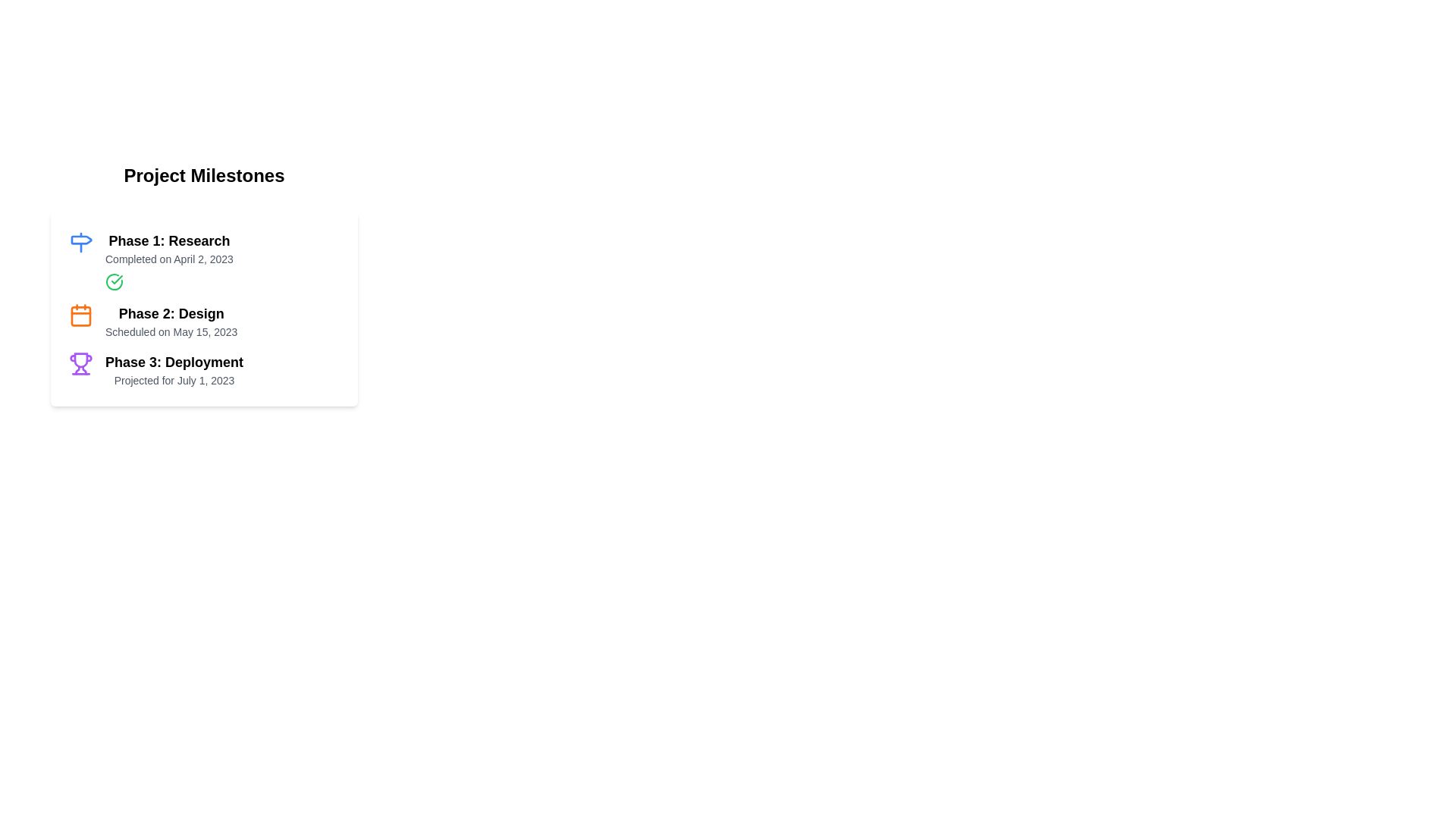  I want to click on the icon representing the milestone for 'Phase 1: Research' in the 'Project Milestones' section, which is located in the first row and aligned to the left, so click(80, 242).